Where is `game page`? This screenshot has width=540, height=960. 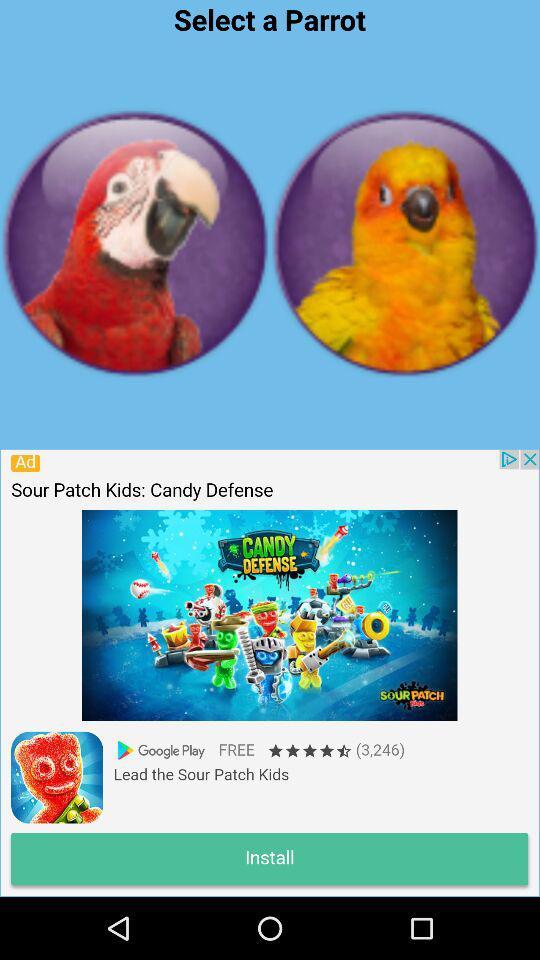 game page is located at coordinates (269, 672).